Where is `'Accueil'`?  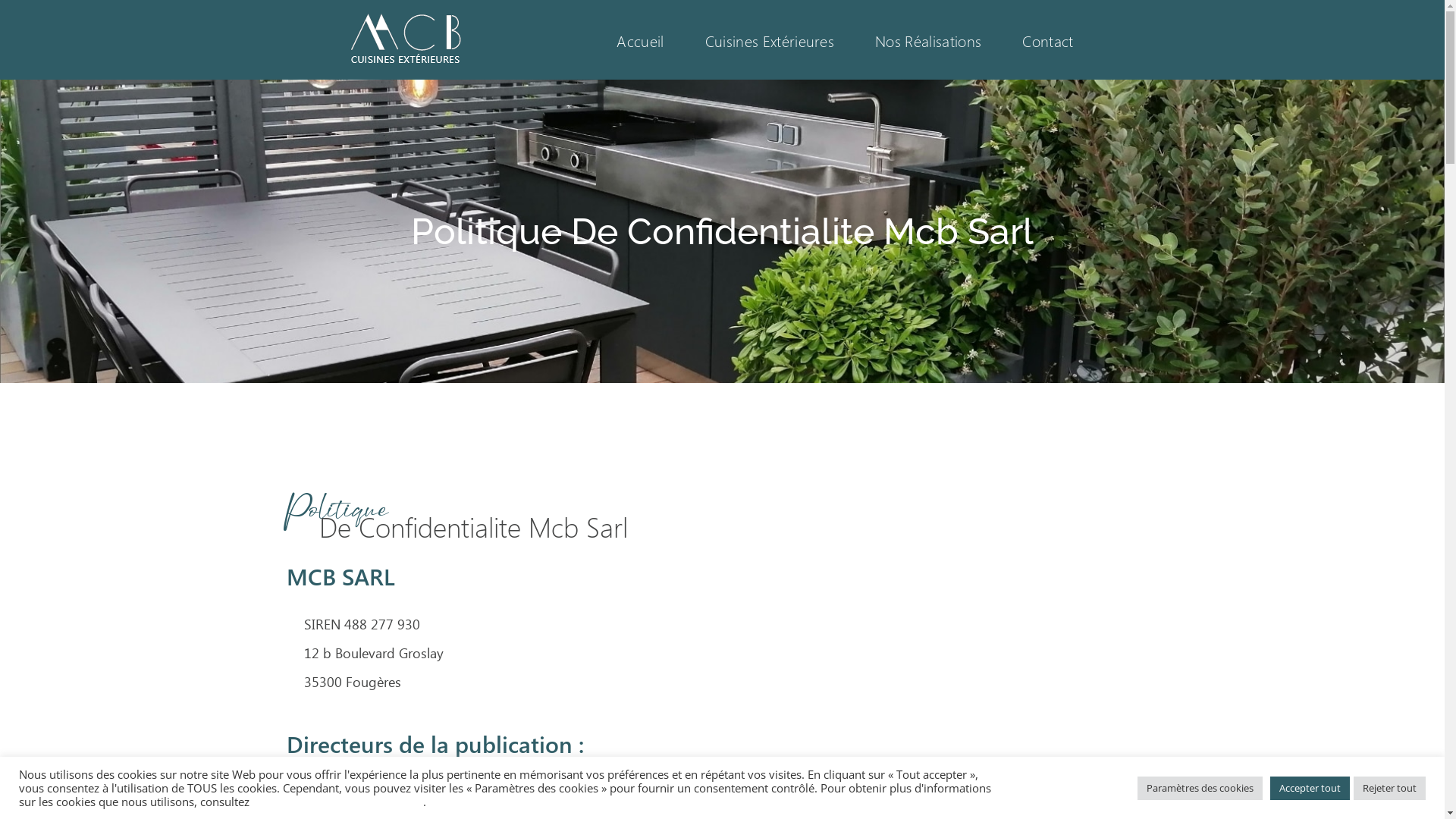 'Accueil' is located at coordinates (595, 39).